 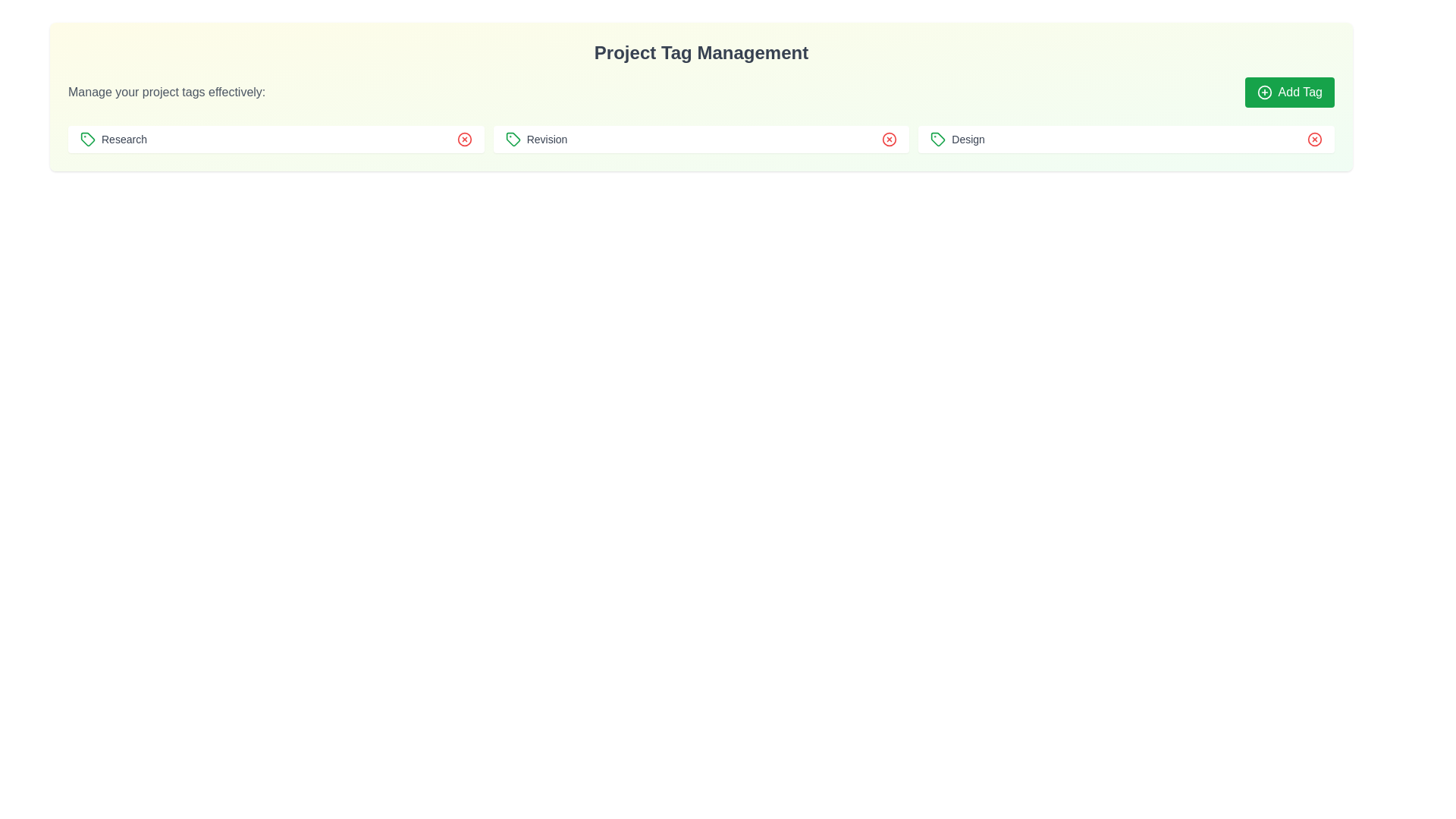 I want to click on the Text Label that indicates the project category, located to the right of a green tag icon in the top-left area of the interface, so click(x=124, y=140).